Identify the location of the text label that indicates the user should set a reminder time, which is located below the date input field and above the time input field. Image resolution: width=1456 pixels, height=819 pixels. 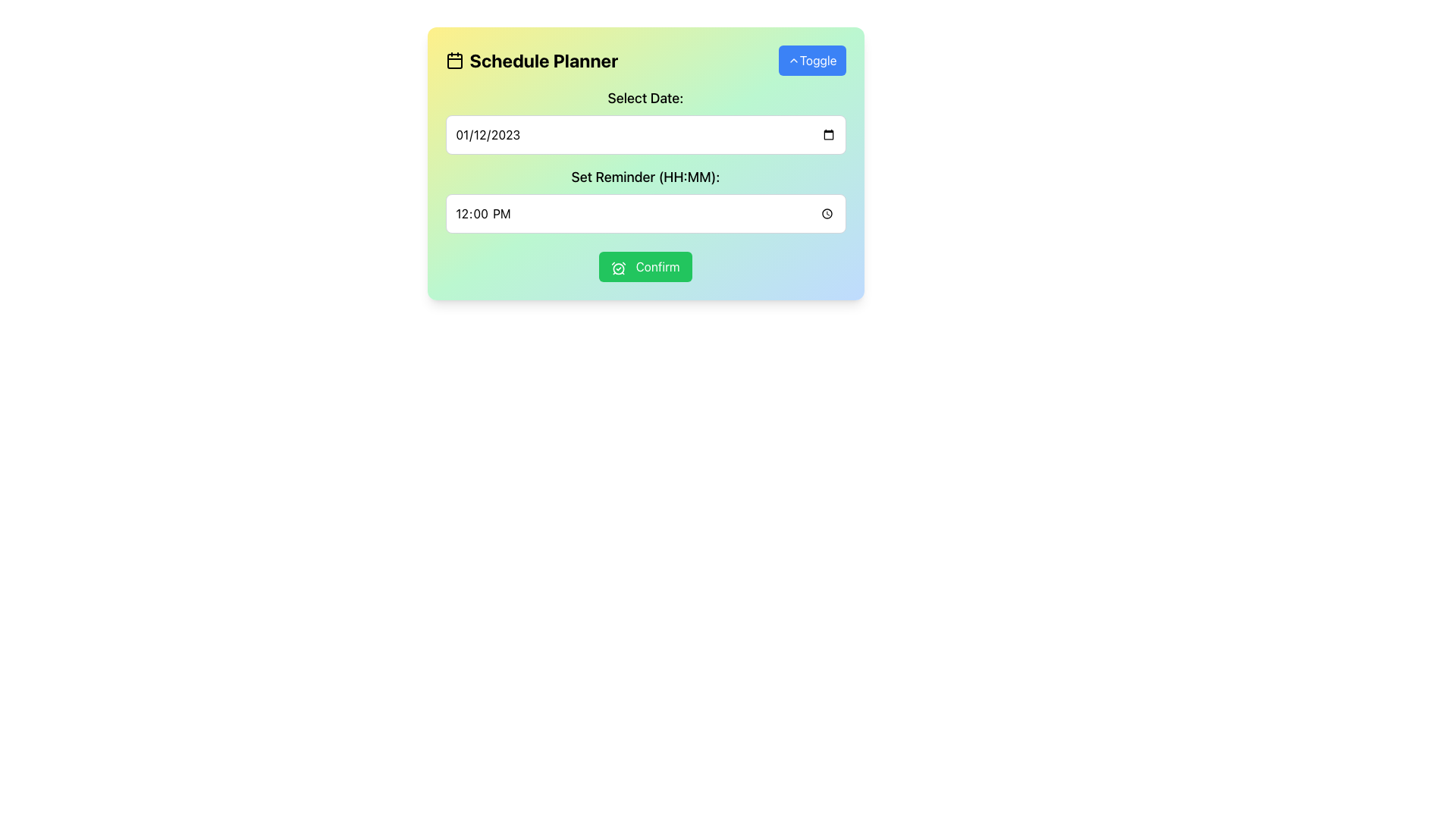
(645, 177).